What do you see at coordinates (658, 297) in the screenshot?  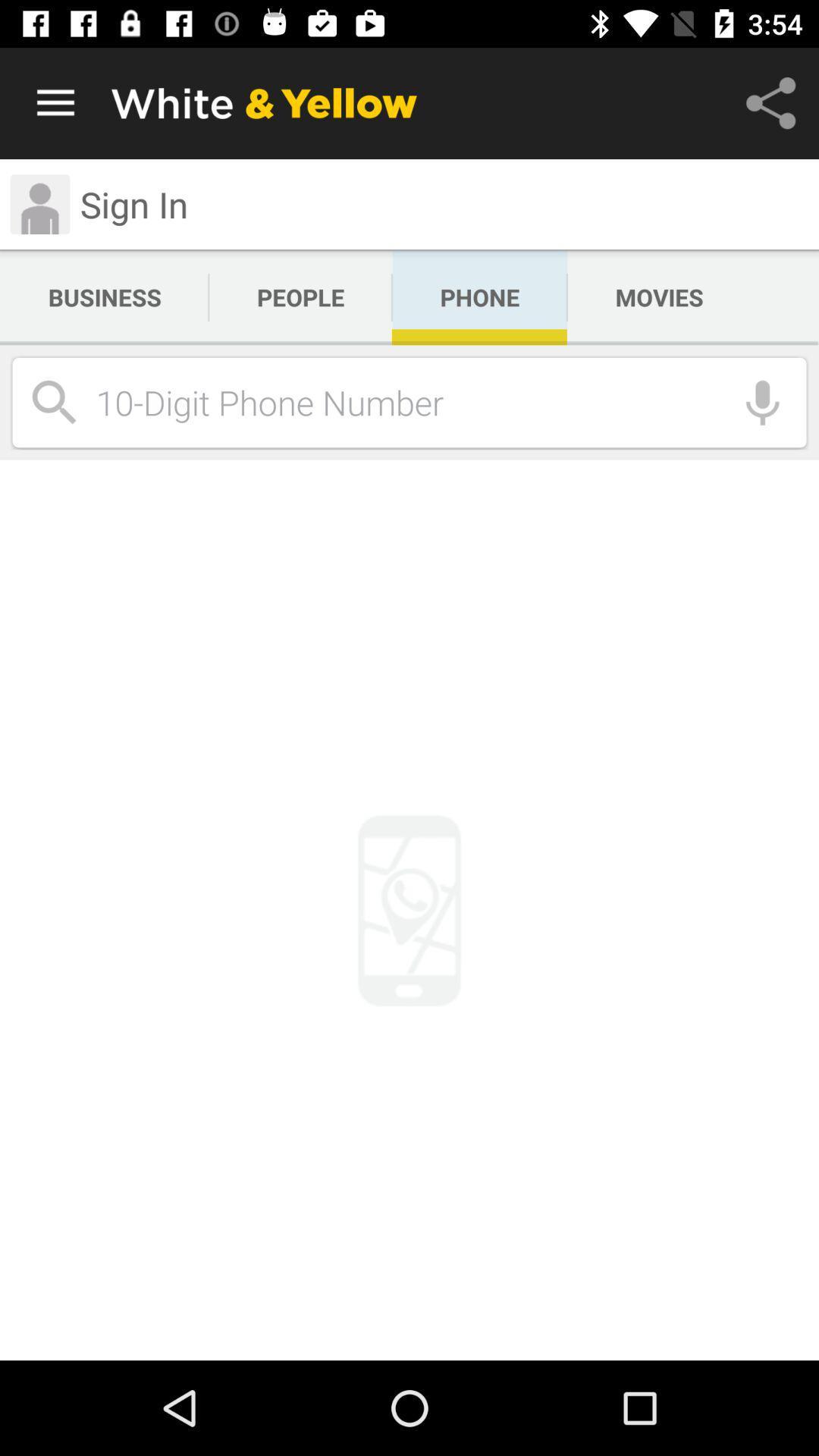 I see `icon next to phone` at bounding box center [658, 297].